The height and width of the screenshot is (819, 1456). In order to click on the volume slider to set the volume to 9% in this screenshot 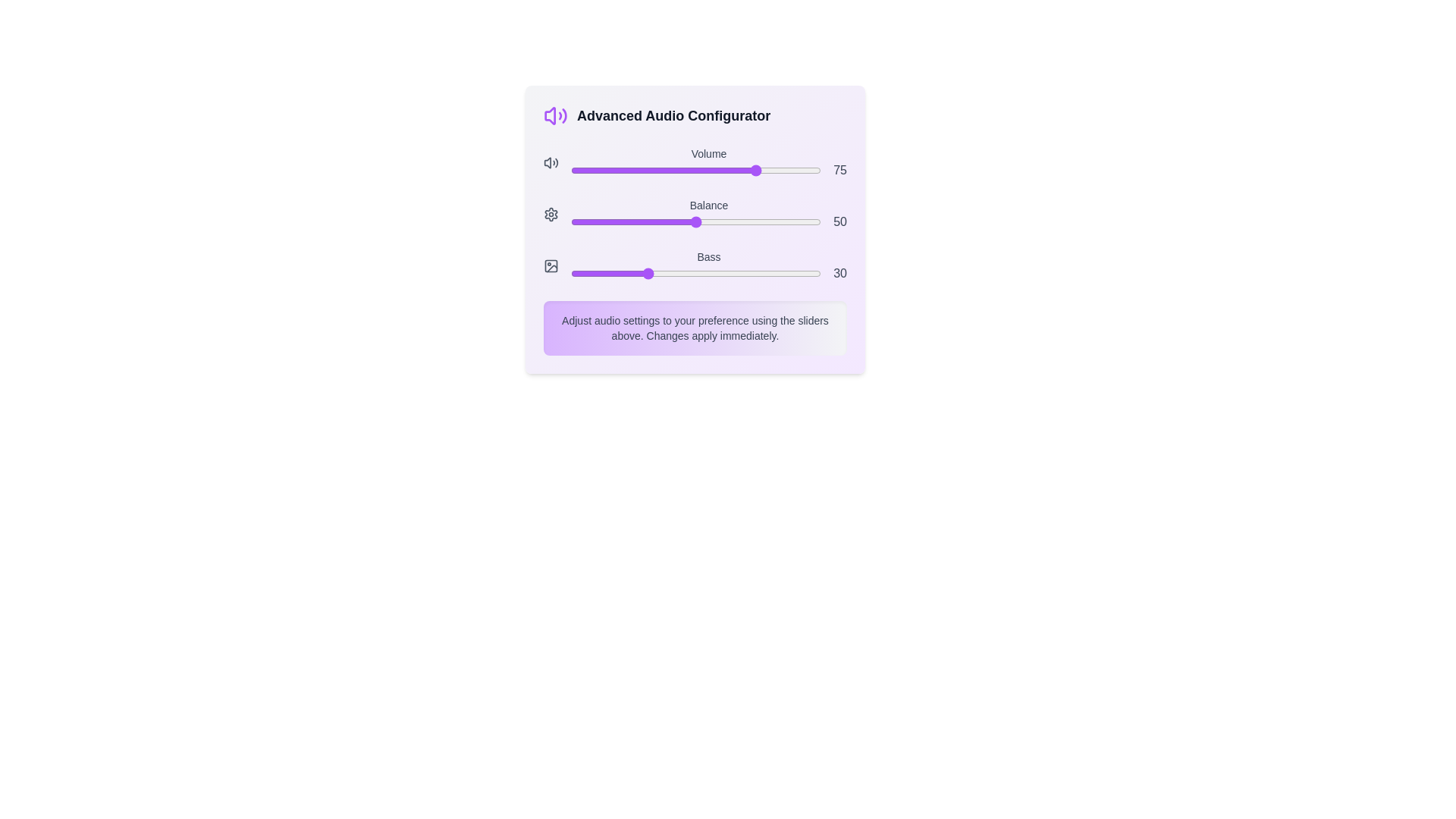, I will do `click(592, 170)`.